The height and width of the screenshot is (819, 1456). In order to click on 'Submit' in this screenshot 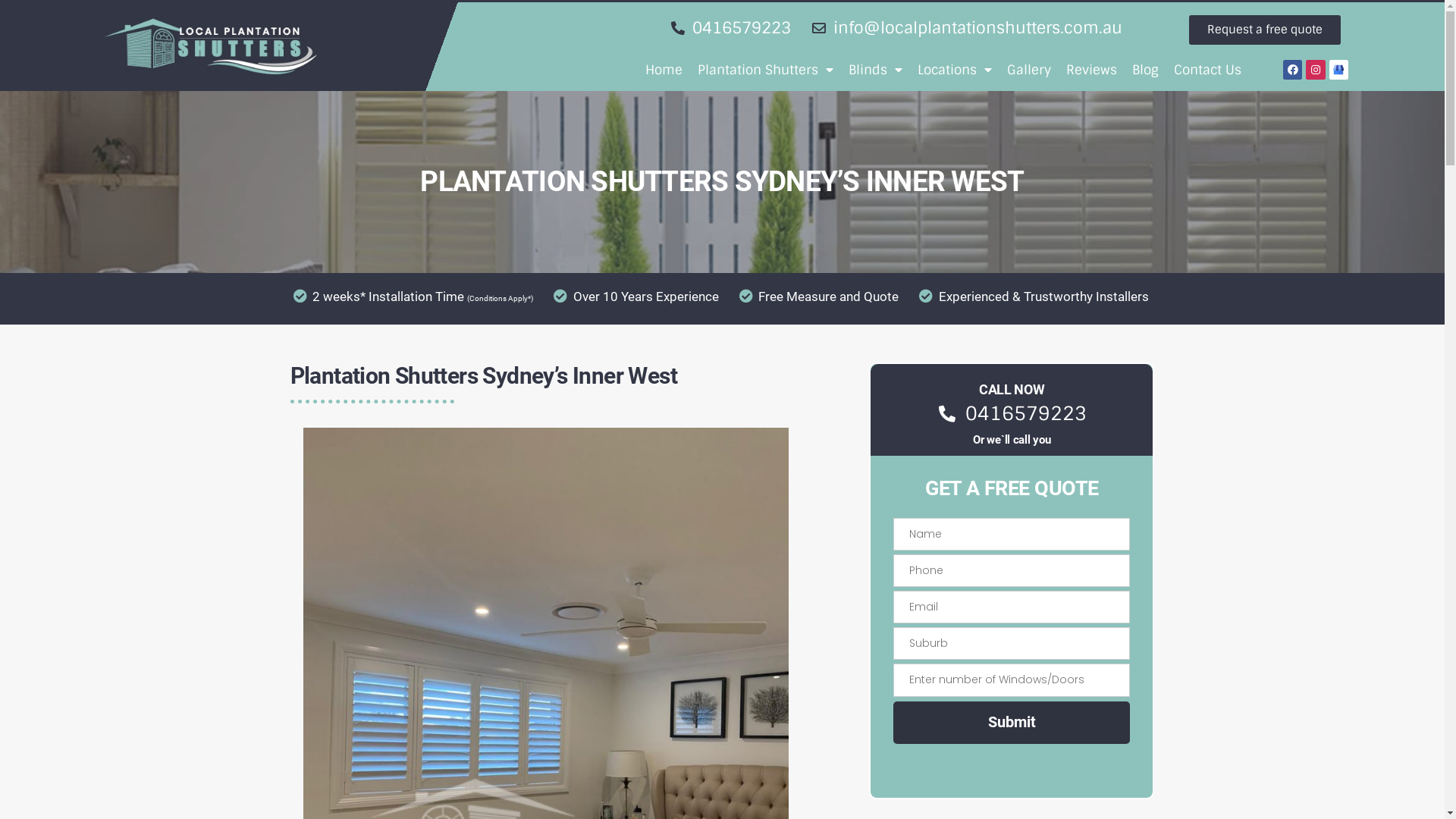, I will do `click(1012, 722)`.